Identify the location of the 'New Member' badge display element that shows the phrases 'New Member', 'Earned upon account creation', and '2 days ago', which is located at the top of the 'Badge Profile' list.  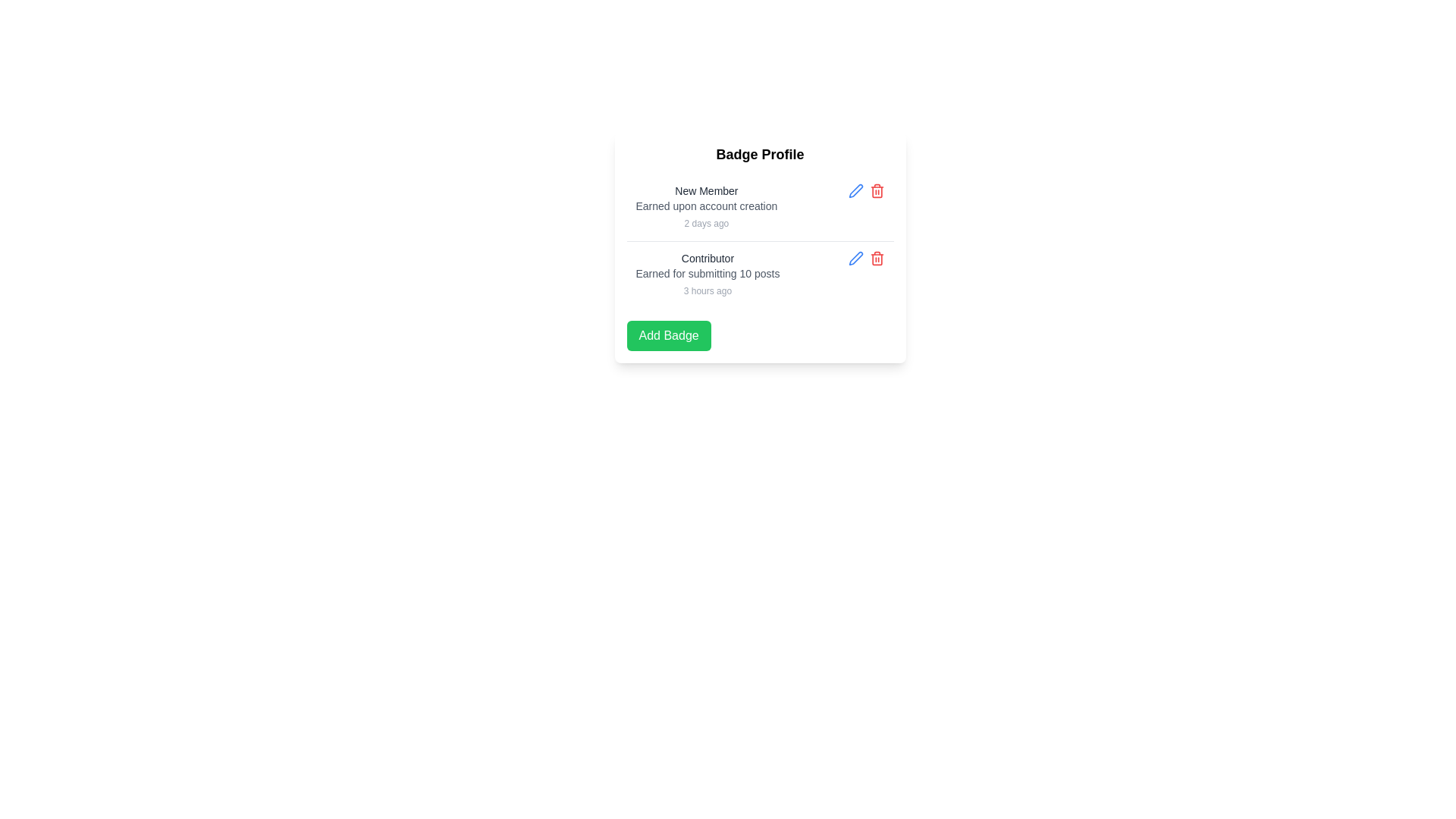
(705, 207).